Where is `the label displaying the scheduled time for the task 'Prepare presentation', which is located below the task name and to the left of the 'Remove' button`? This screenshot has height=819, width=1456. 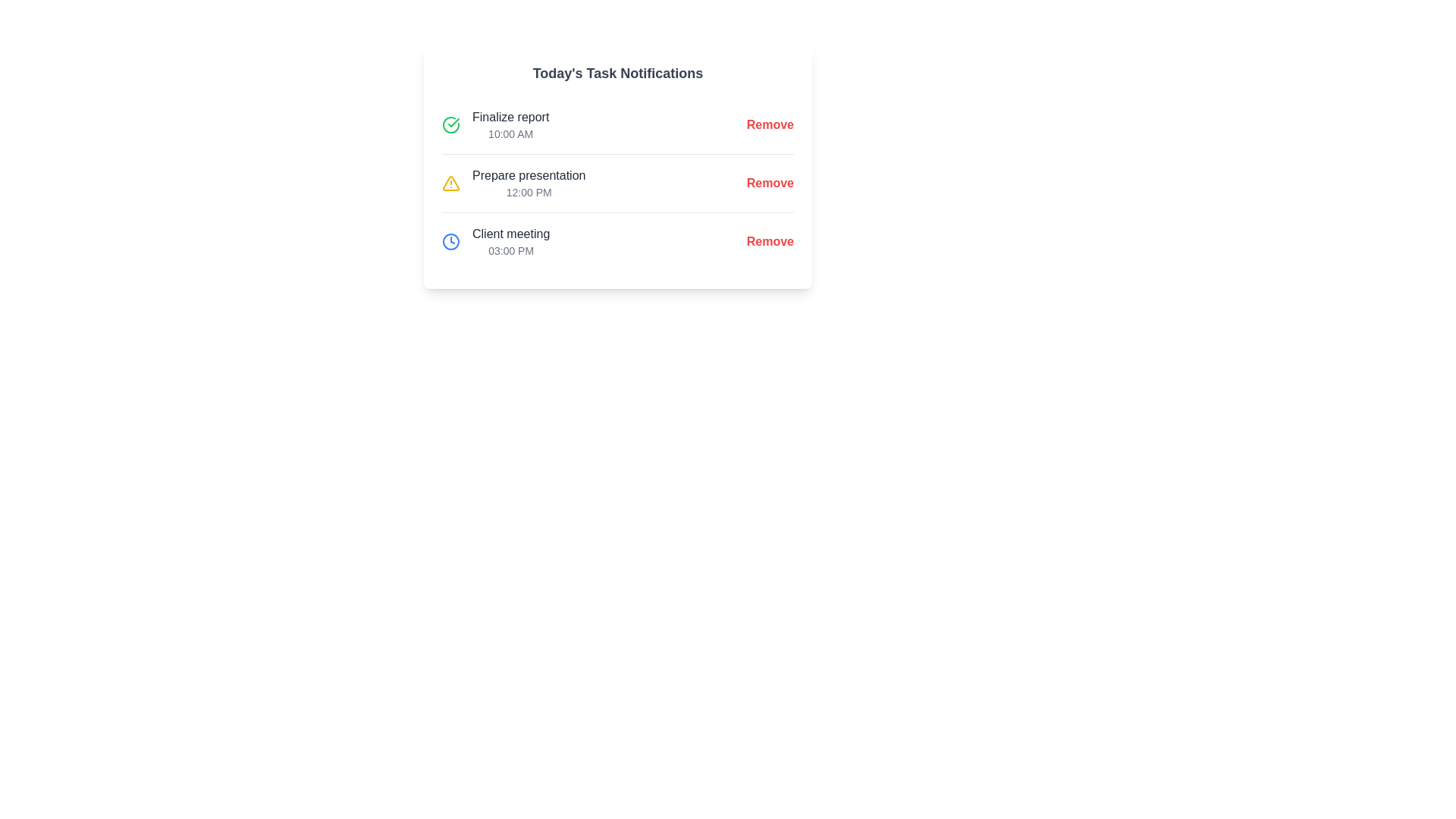
the label displaying the scheduled time for the task 'Prepare presentation', which is located below the task name and to the left of the 'Remove' button is located at coordinates (529, 192).